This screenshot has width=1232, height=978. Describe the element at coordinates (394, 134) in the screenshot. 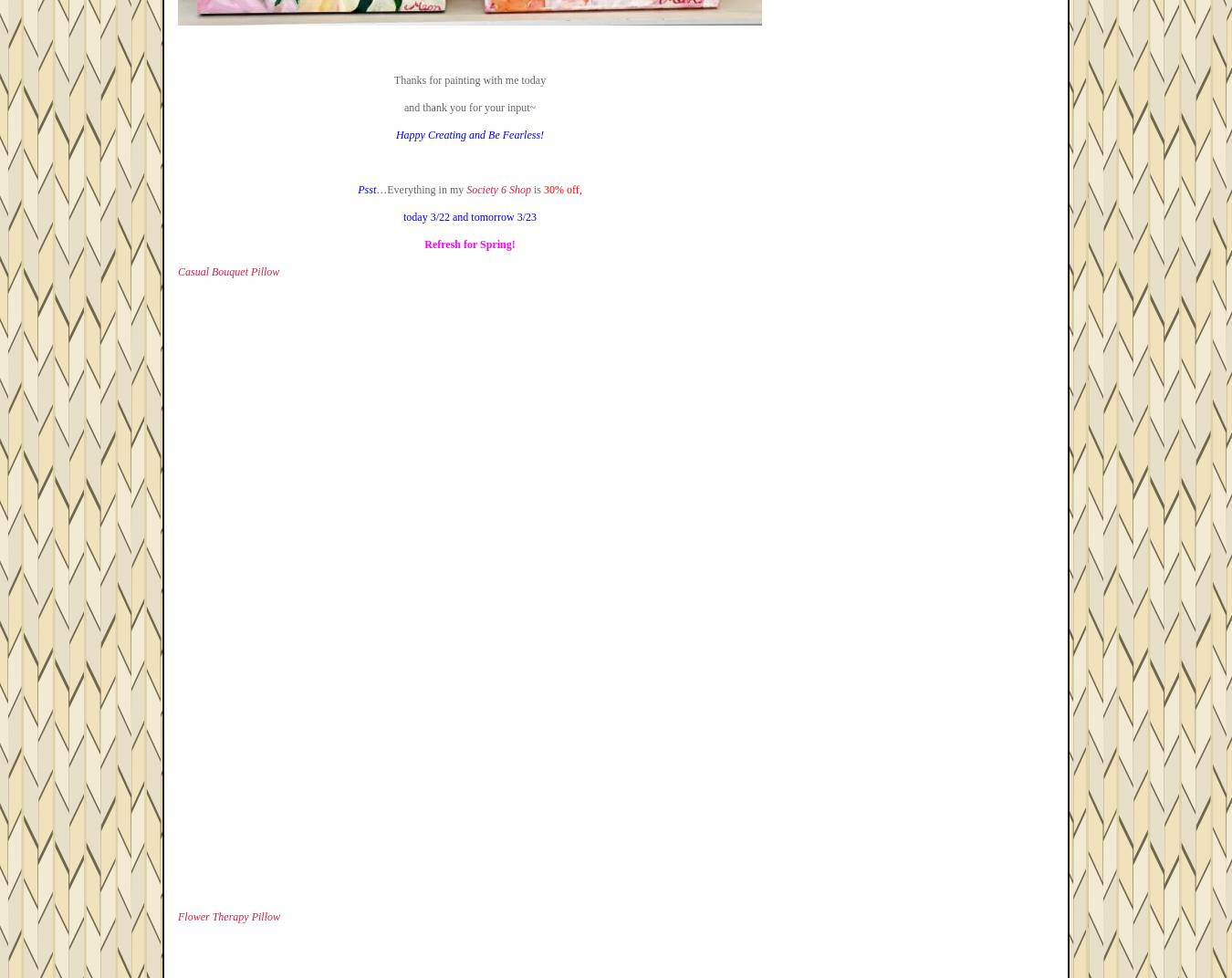

I see `'Happy Creating and Be Fearless!'` at that location.